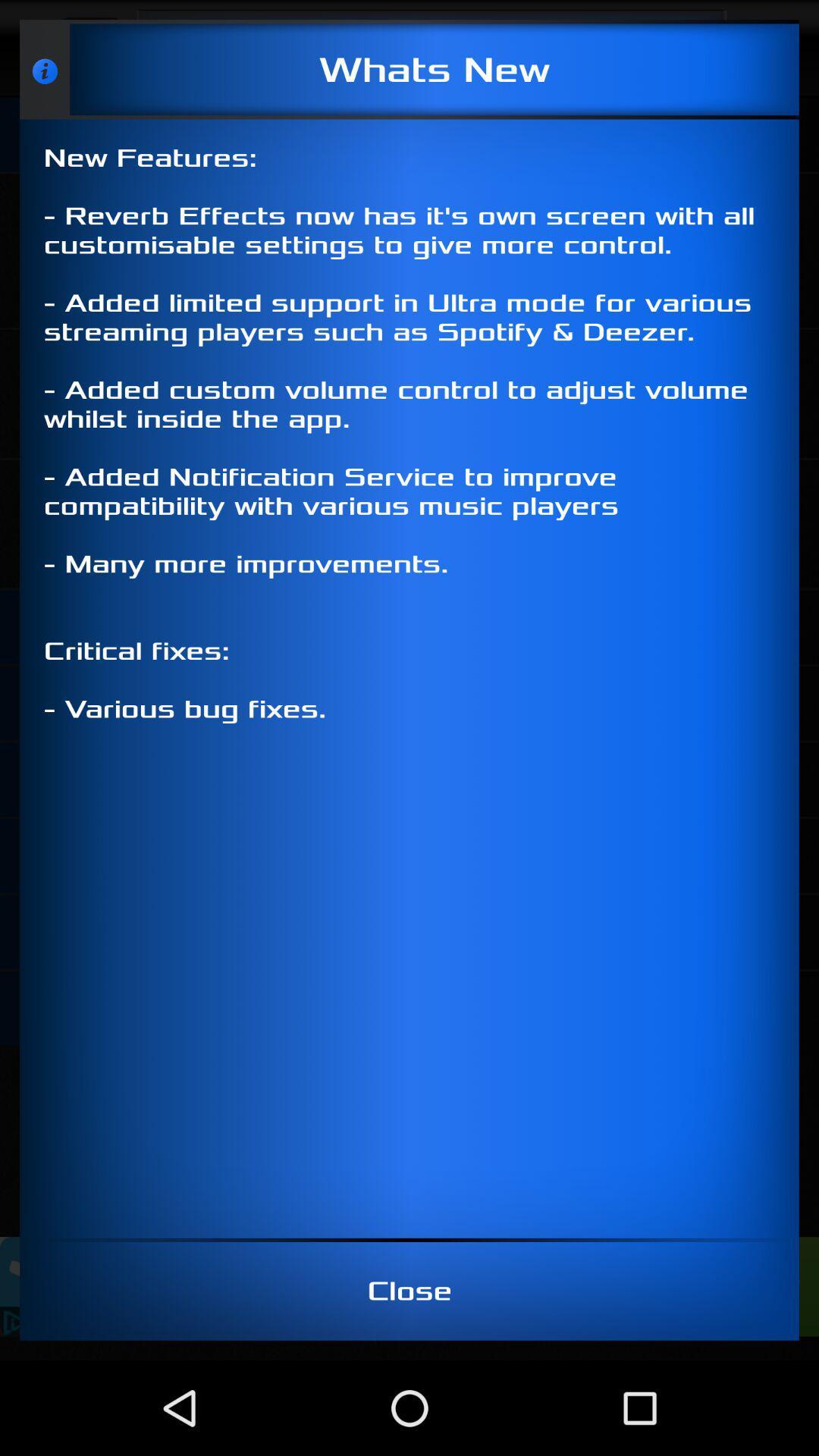 Image resolution: width=819 pixels, height=1456 pixels. What do you see at coordinates (409, 1290) in the screenshot?
I see `close` at bounding box center [409, 1290].